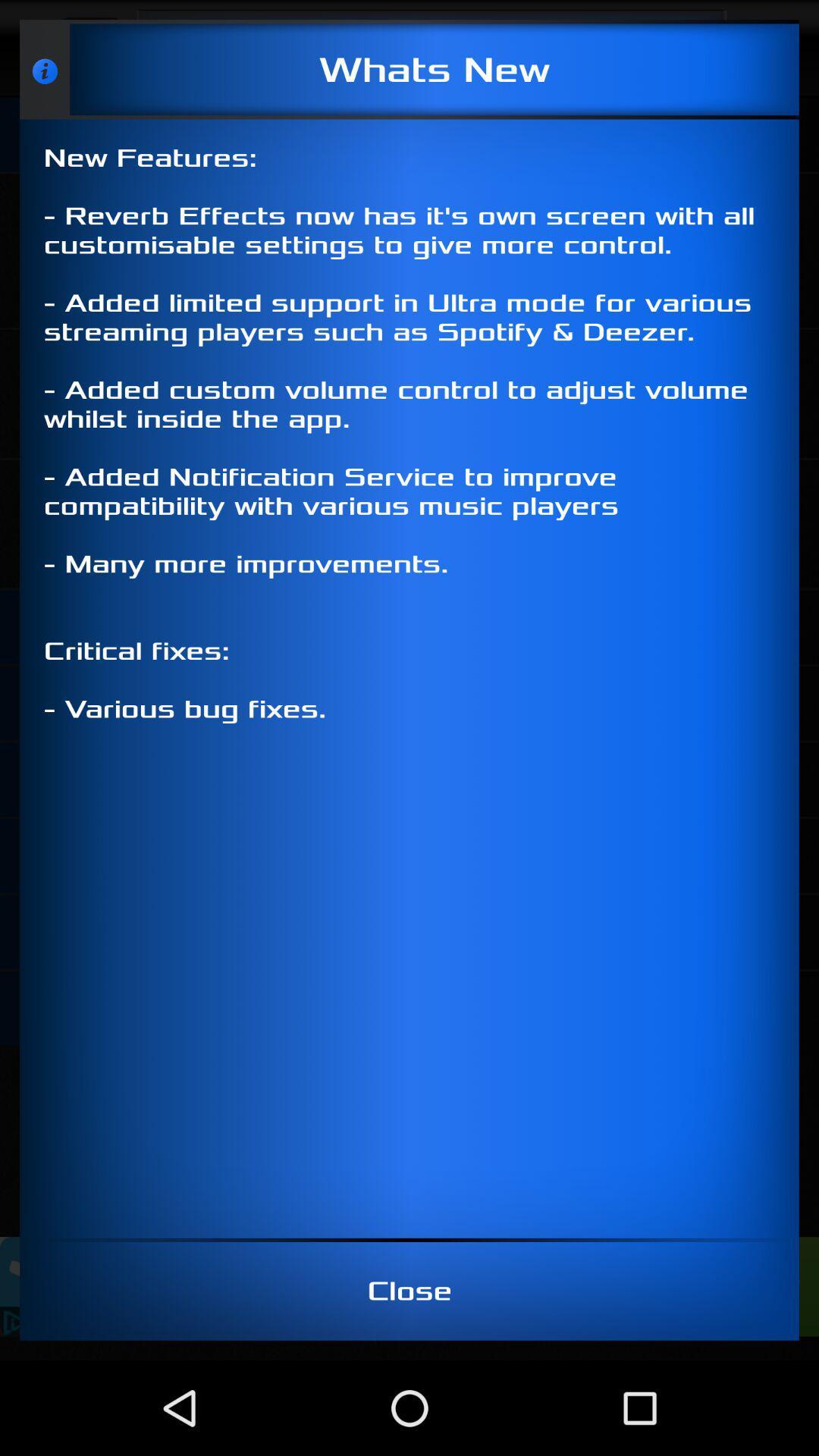 Image resolution: width=819 pixels, height=1456 pixels. What do you see at coordinates (409, 1290) in the screenshot?
I see `close` at bounding box center [409, 1290].